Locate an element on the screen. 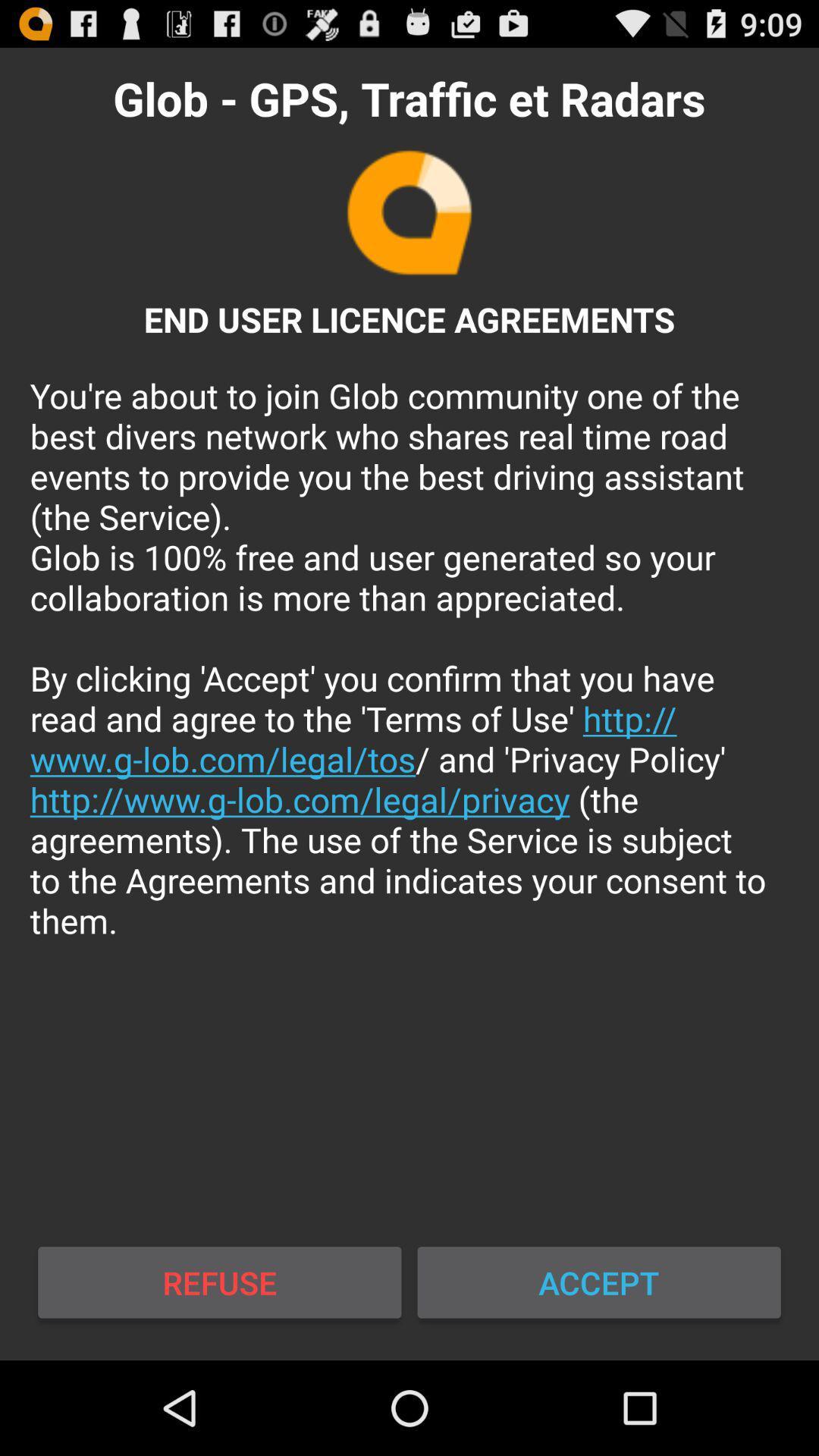 The width and height of the screenshot is (819, 1456). the button next to the accept is located at coordinates (219, 1282).